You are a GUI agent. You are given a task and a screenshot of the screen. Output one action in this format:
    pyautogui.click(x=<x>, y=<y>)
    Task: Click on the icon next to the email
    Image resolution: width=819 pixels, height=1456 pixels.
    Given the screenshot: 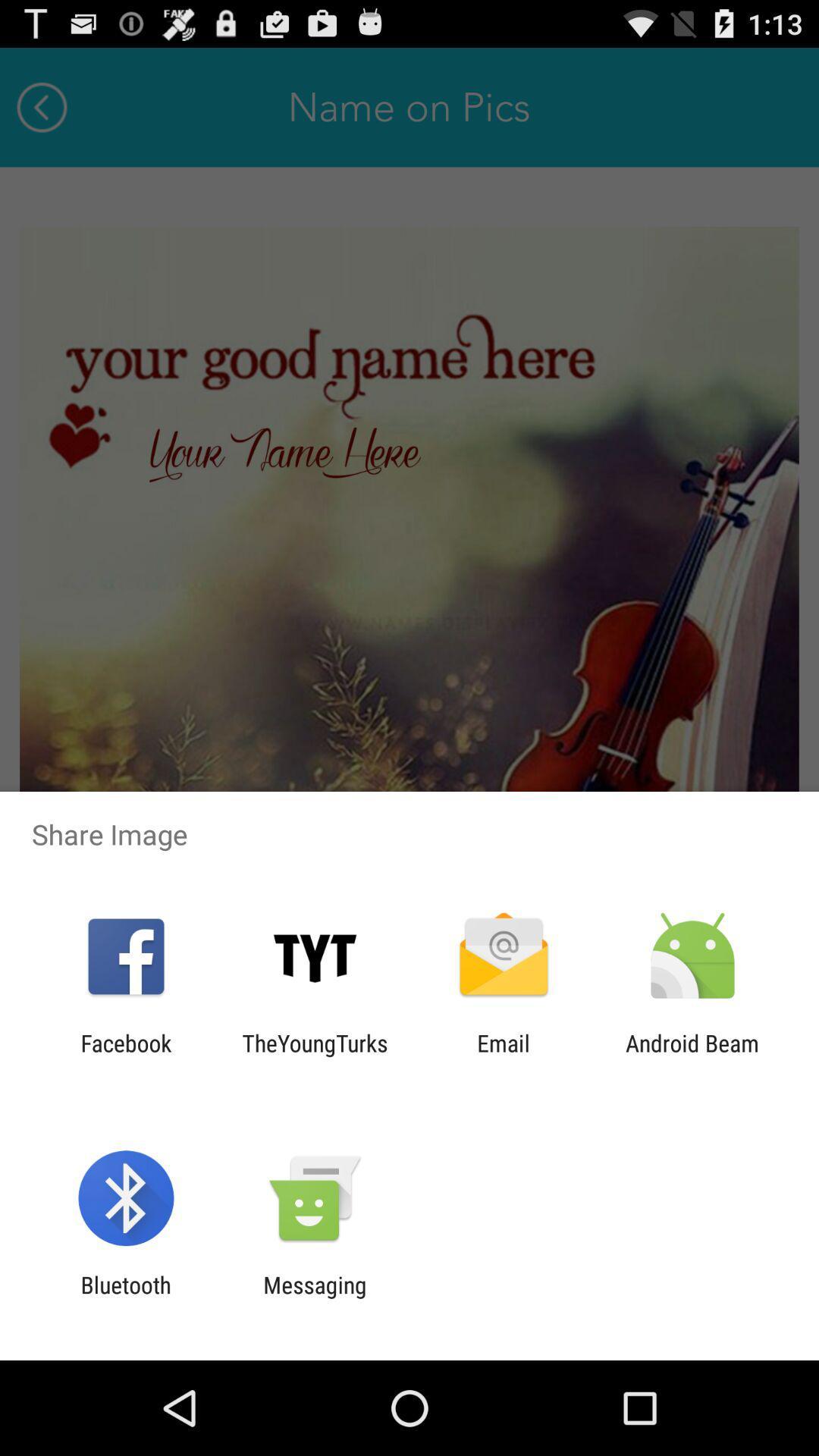 What is the action you would take?
    pyautogui.click(x=314, y=1056)
    